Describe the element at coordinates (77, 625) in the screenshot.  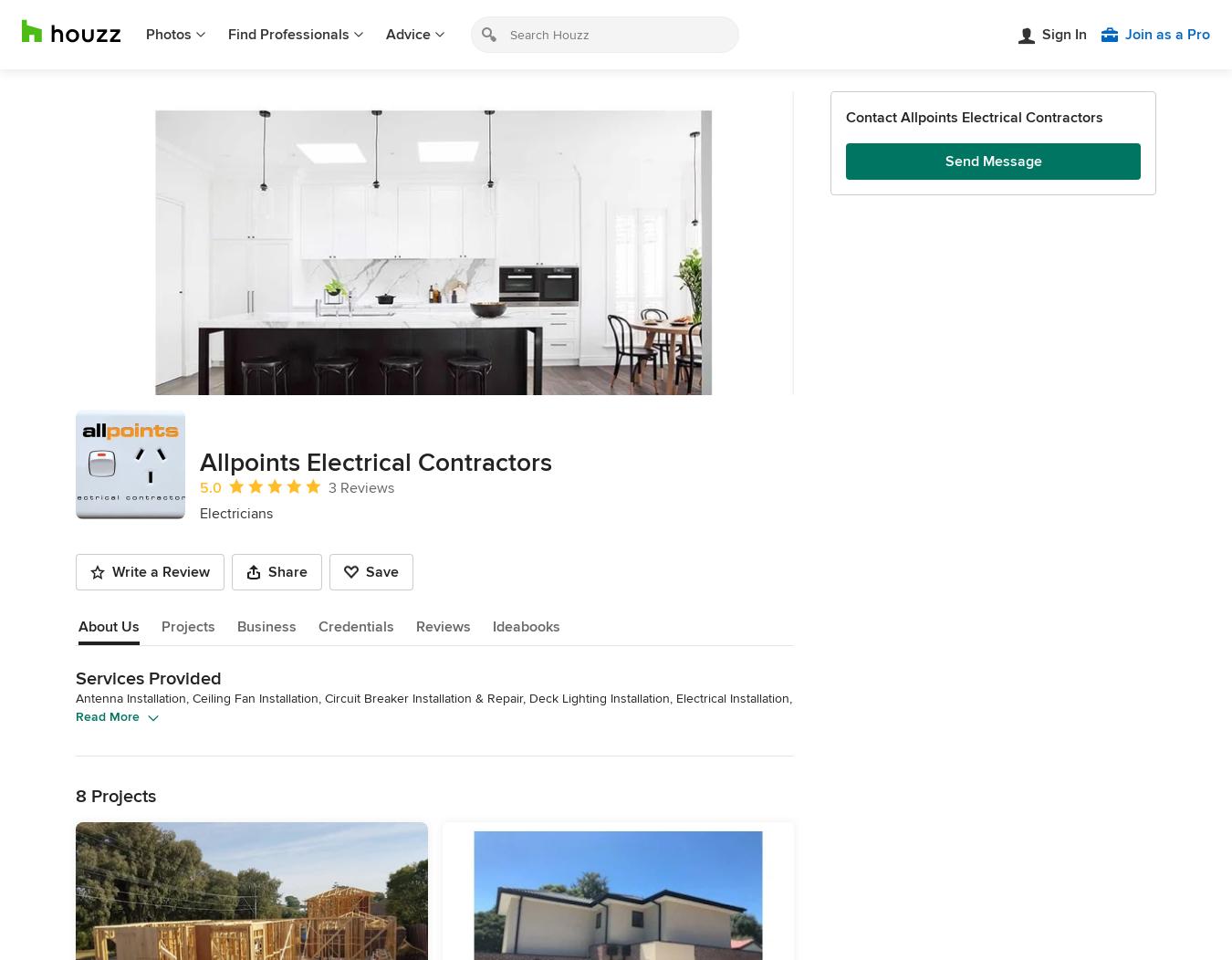
I see `'About Us'` at that location.